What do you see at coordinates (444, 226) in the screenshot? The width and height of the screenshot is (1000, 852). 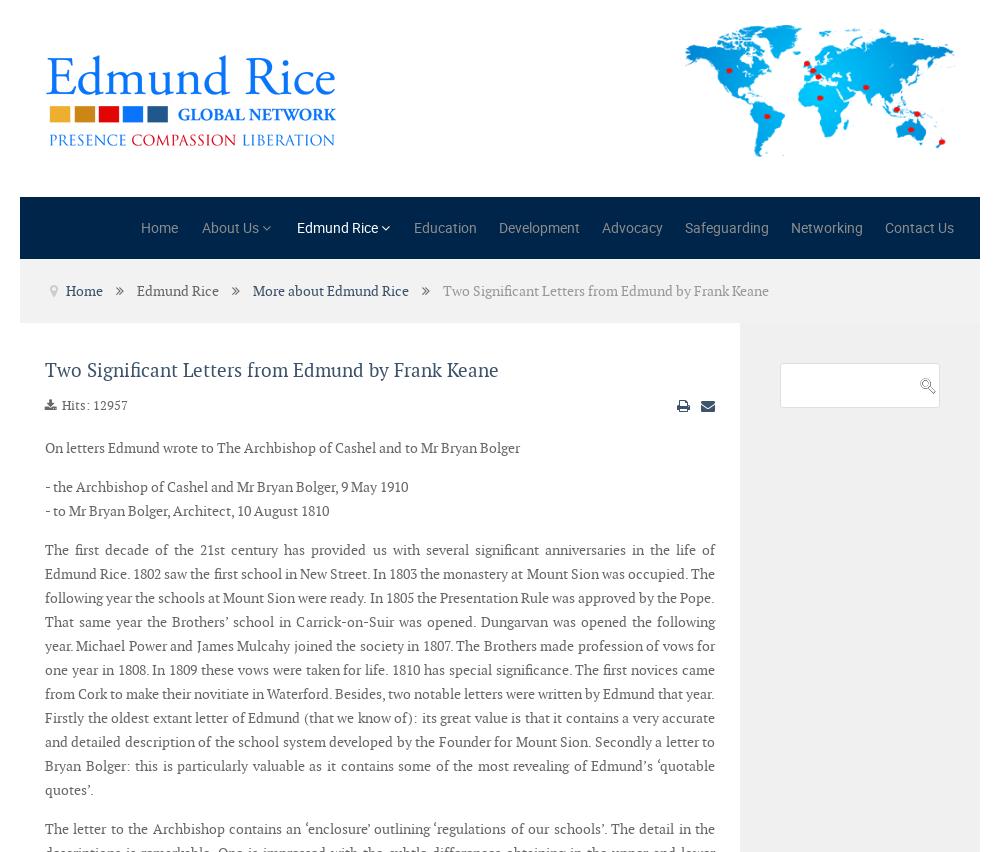 I see `'Education'` at bounding box center [444, 226].